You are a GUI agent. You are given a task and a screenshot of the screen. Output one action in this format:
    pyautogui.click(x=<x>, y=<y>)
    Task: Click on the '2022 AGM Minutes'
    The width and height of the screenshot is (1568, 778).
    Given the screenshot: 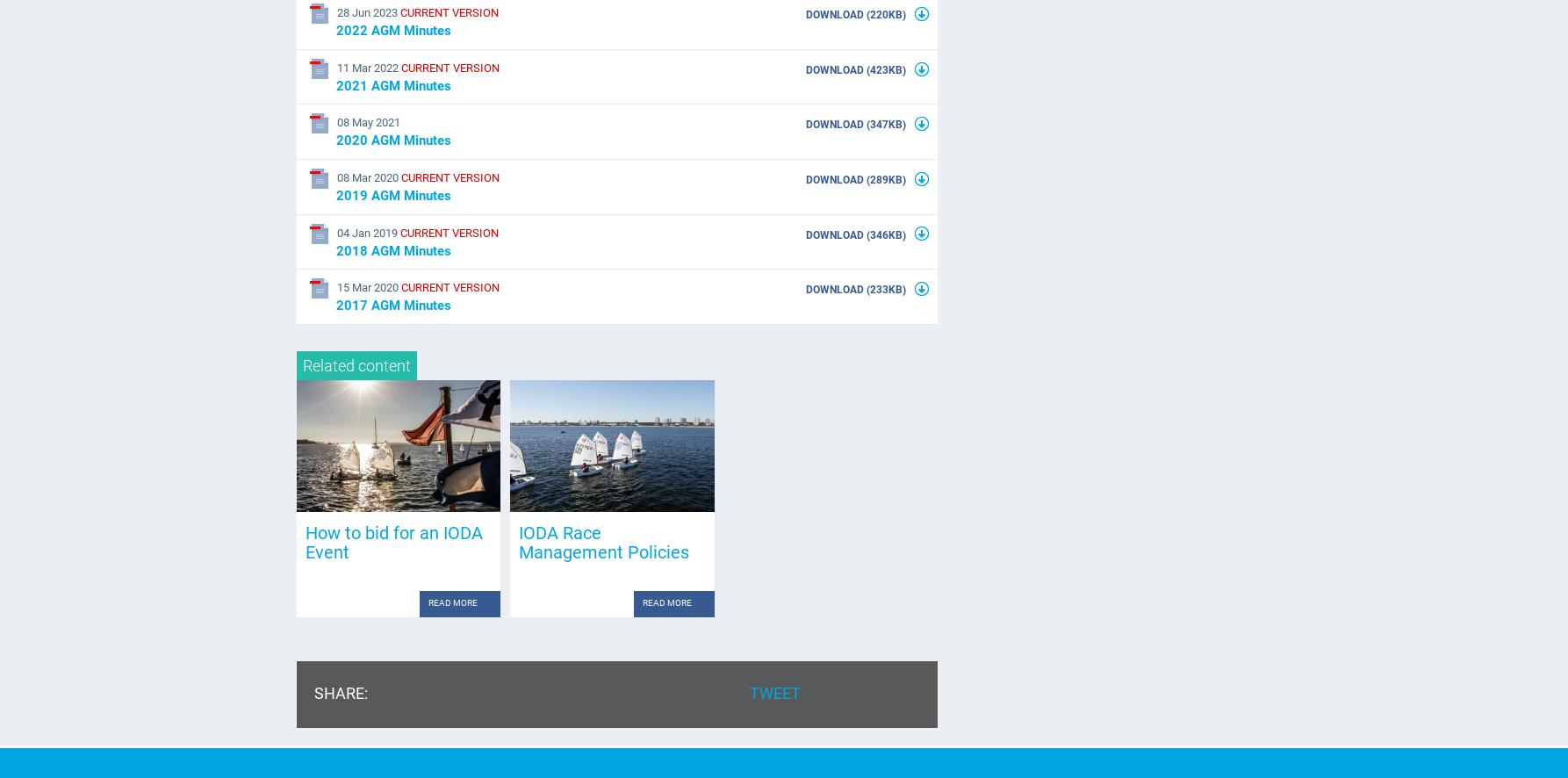 What is the action you would take?
    pyautogui.click(x=335, y=30)
    